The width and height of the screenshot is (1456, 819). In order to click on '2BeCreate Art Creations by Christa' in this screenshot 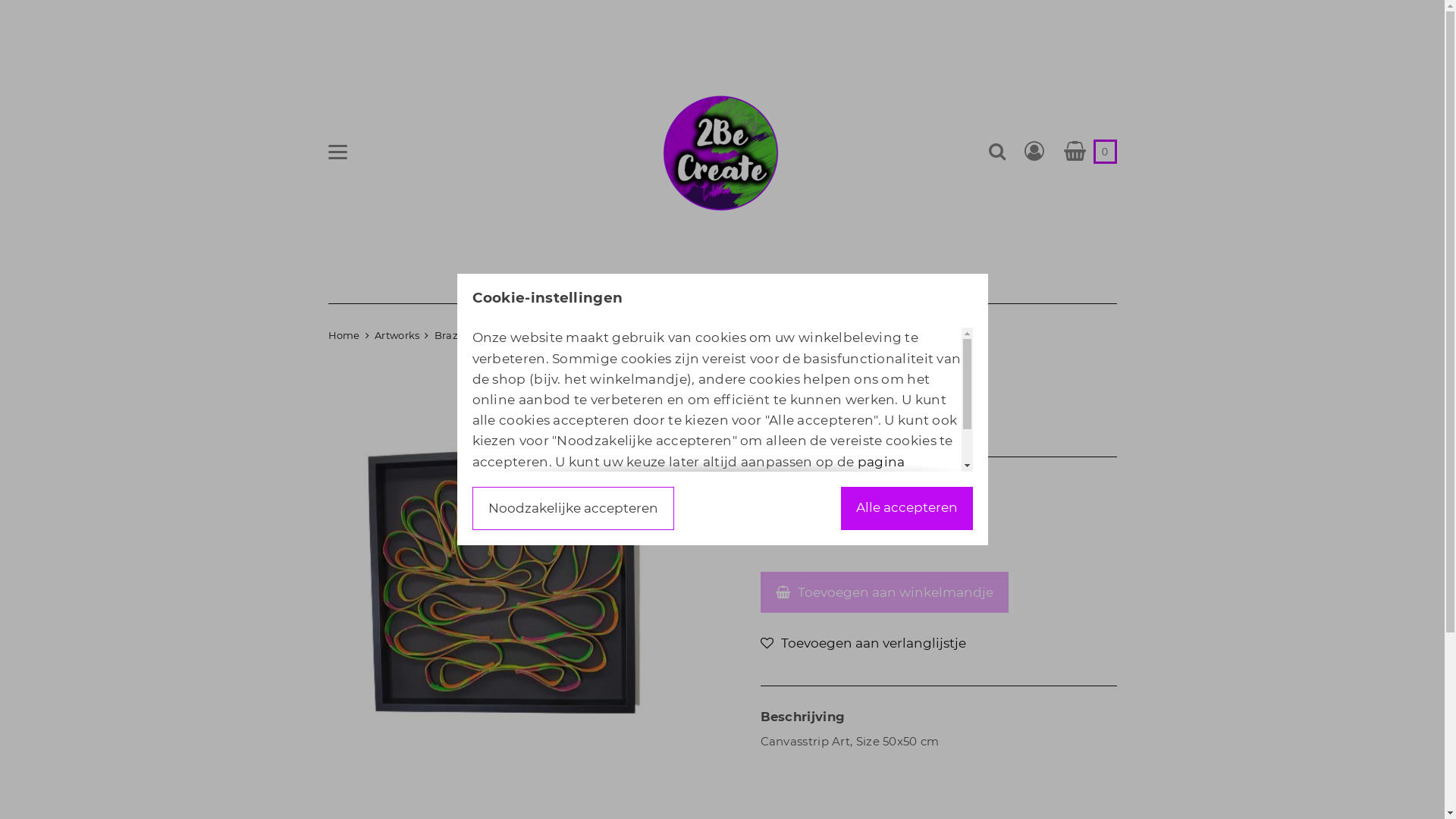, I will do `click(721, 152)`.